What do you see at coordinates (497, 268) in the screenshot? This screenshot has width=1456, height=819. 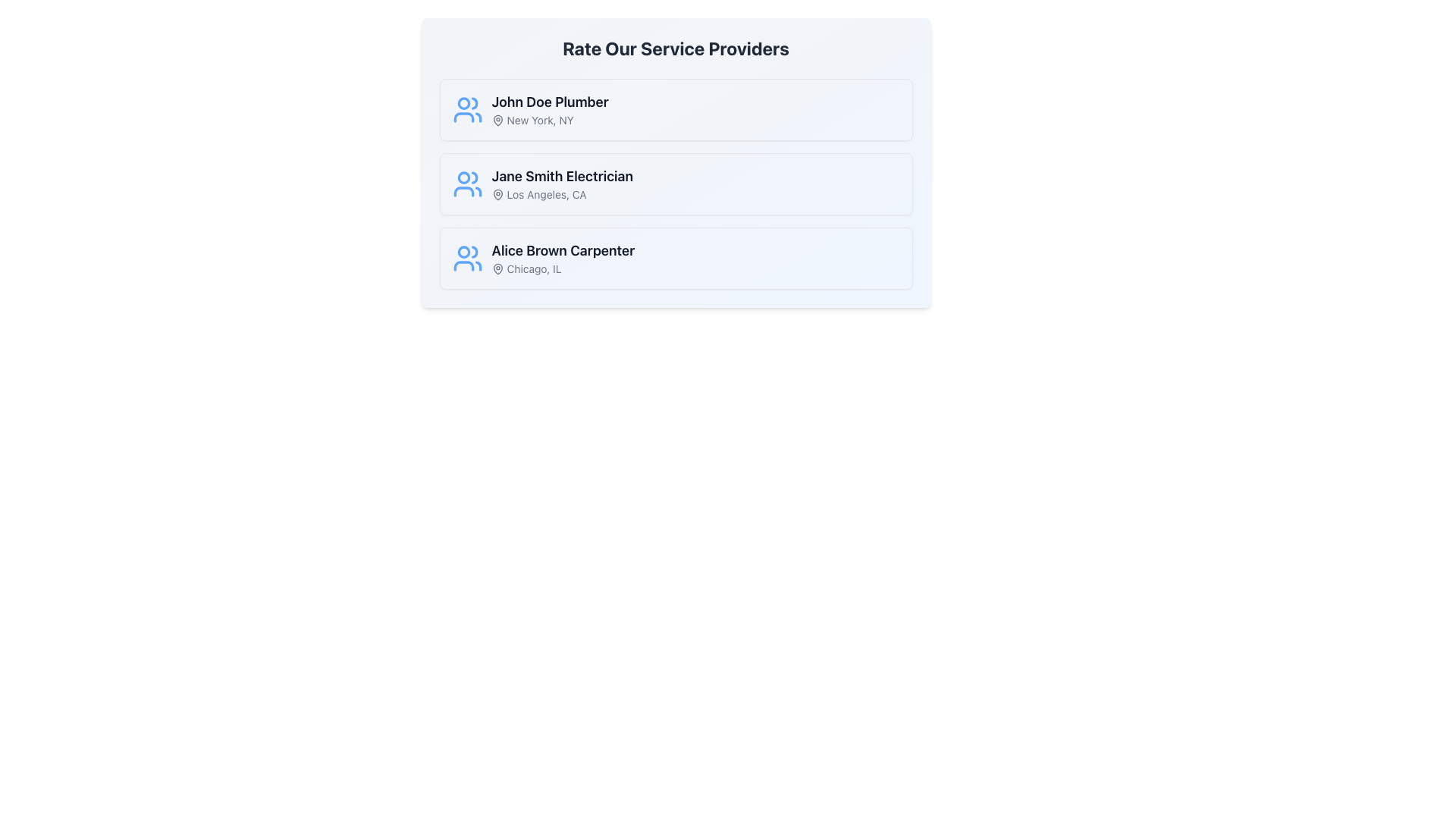 I see `the location icon representing 'Alice Brown Carpenter' adjacent to the text 'Chicago, IL' in the map section` at bounding box center [497, 268].